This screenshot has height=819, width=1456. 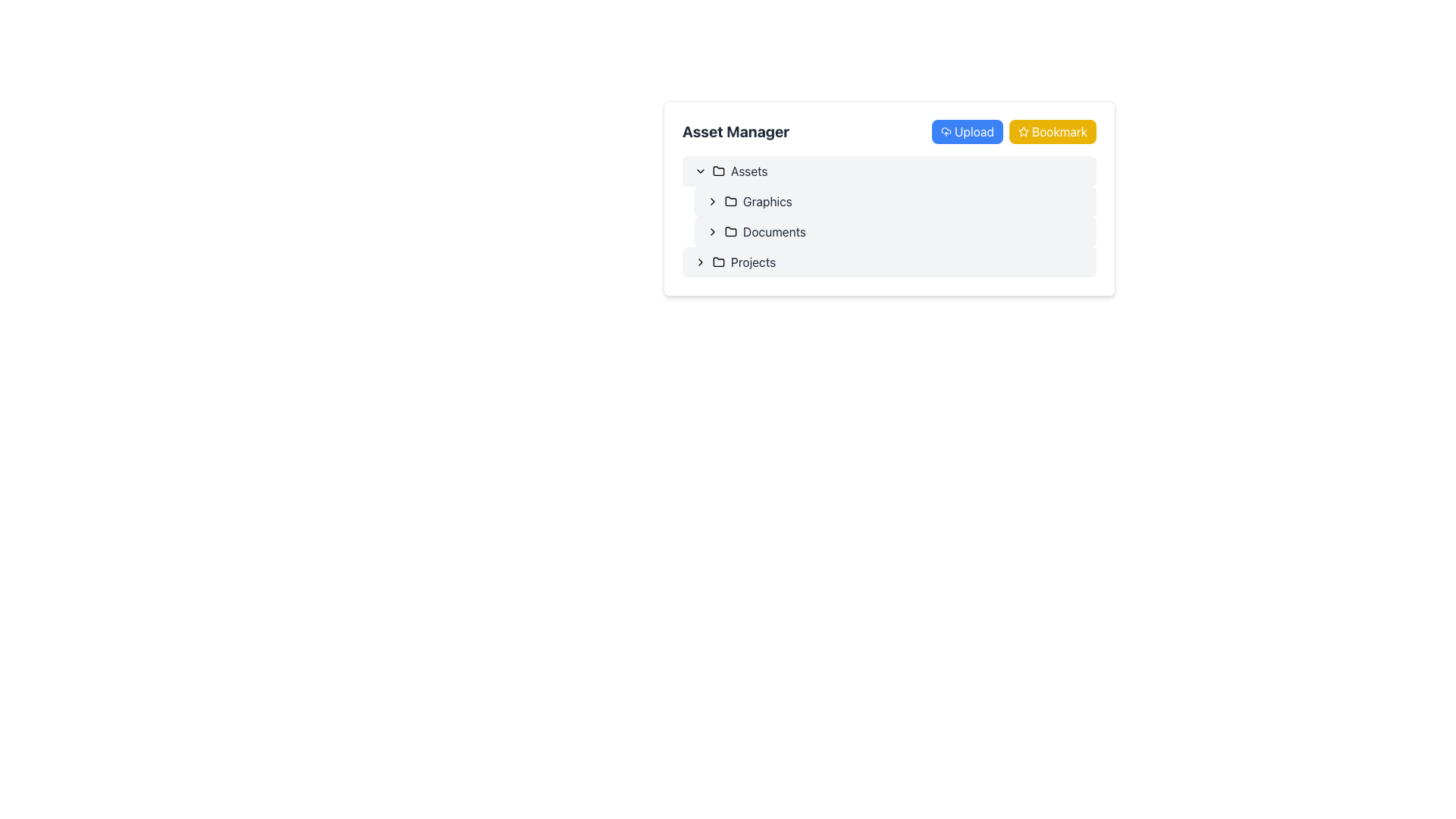 I want to click on the text 'Graphics' which is styled in gray font on a white background, part of a horizontal layout next to a folder icon, so click(x=767, y=201).